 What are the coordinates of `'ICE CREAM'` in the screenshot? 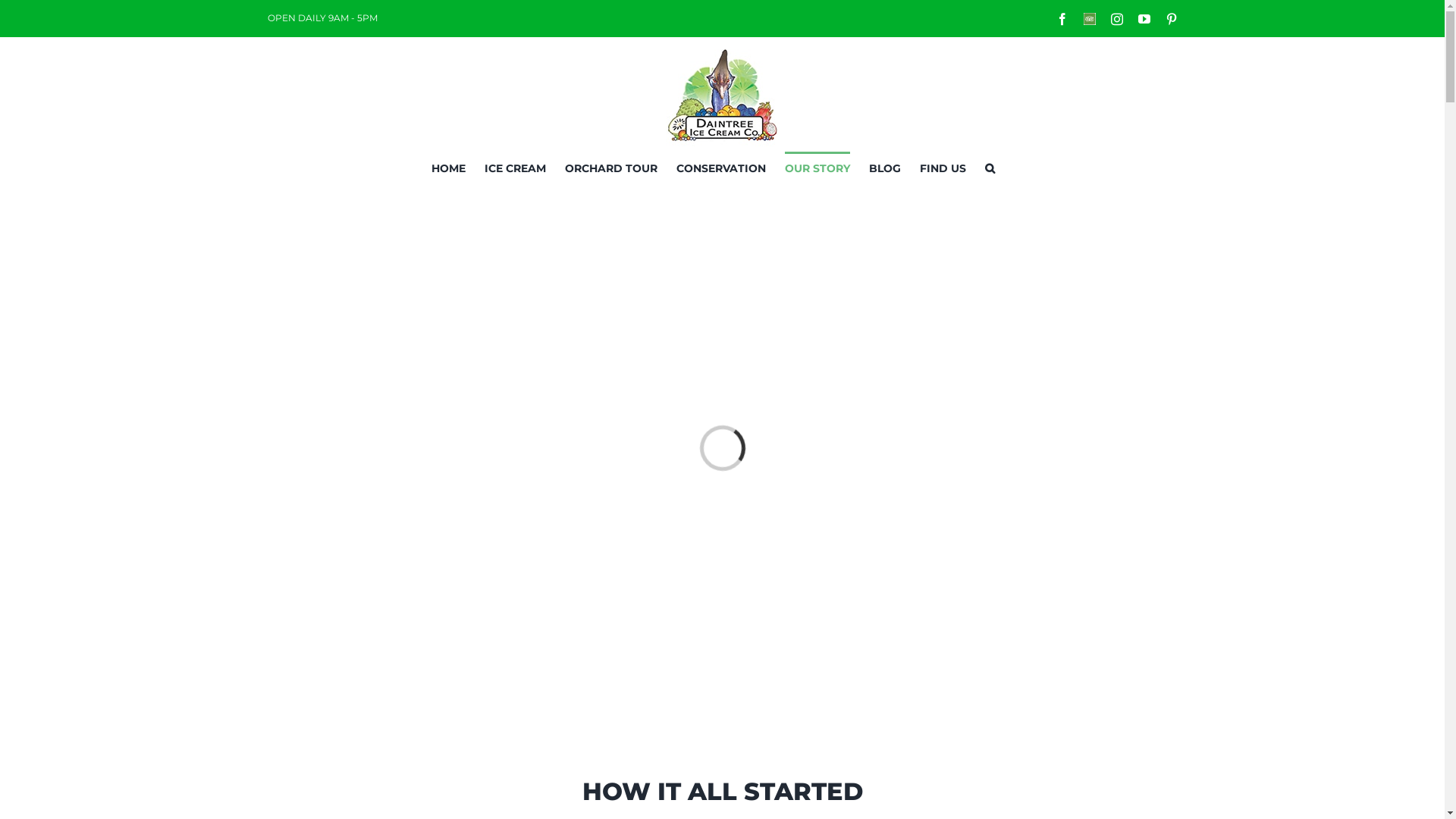 It's located at (514, 166).